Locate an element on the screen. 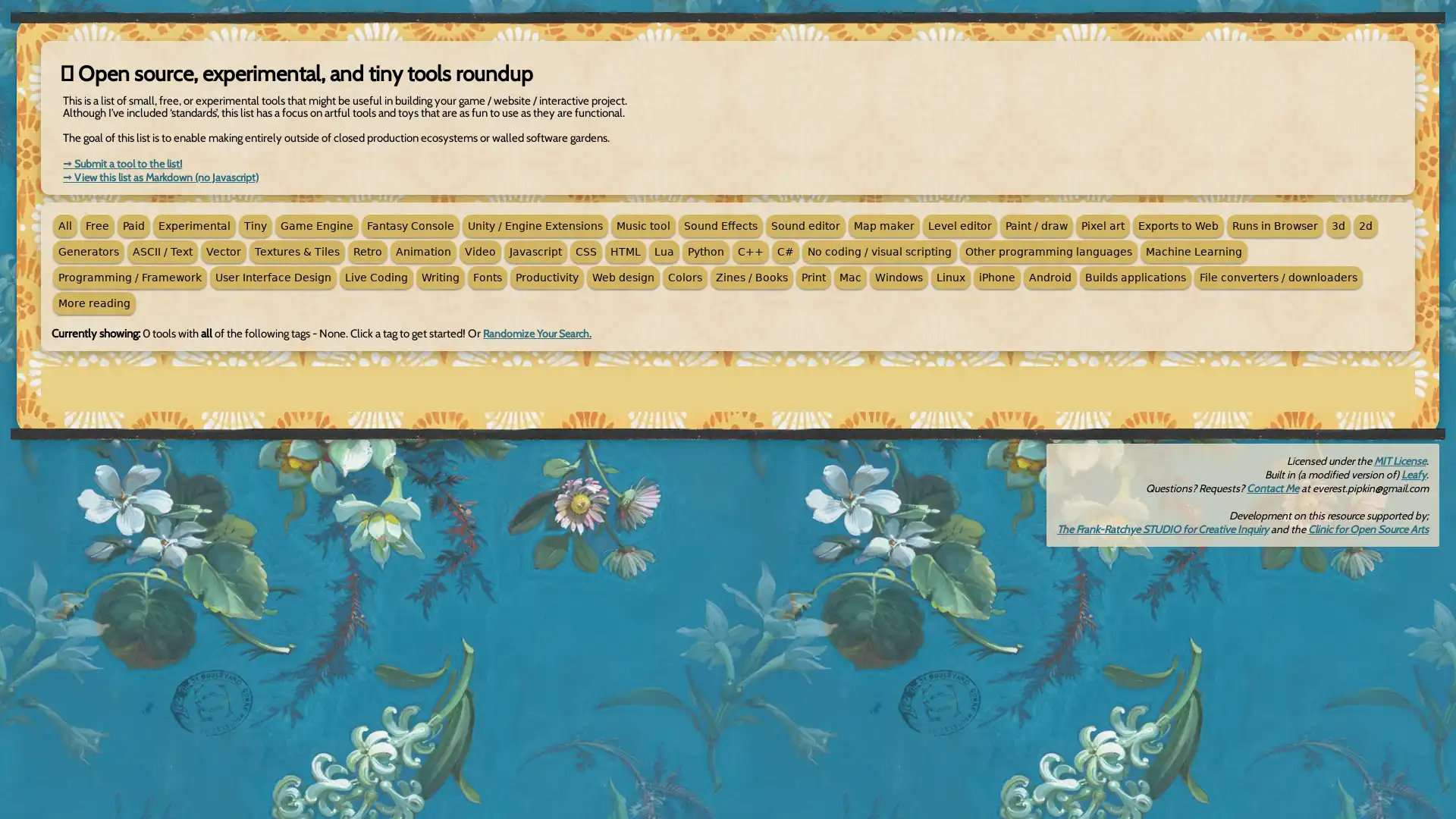 The image size is (1456, 819). Javascript is located at coordinates (535, 250).